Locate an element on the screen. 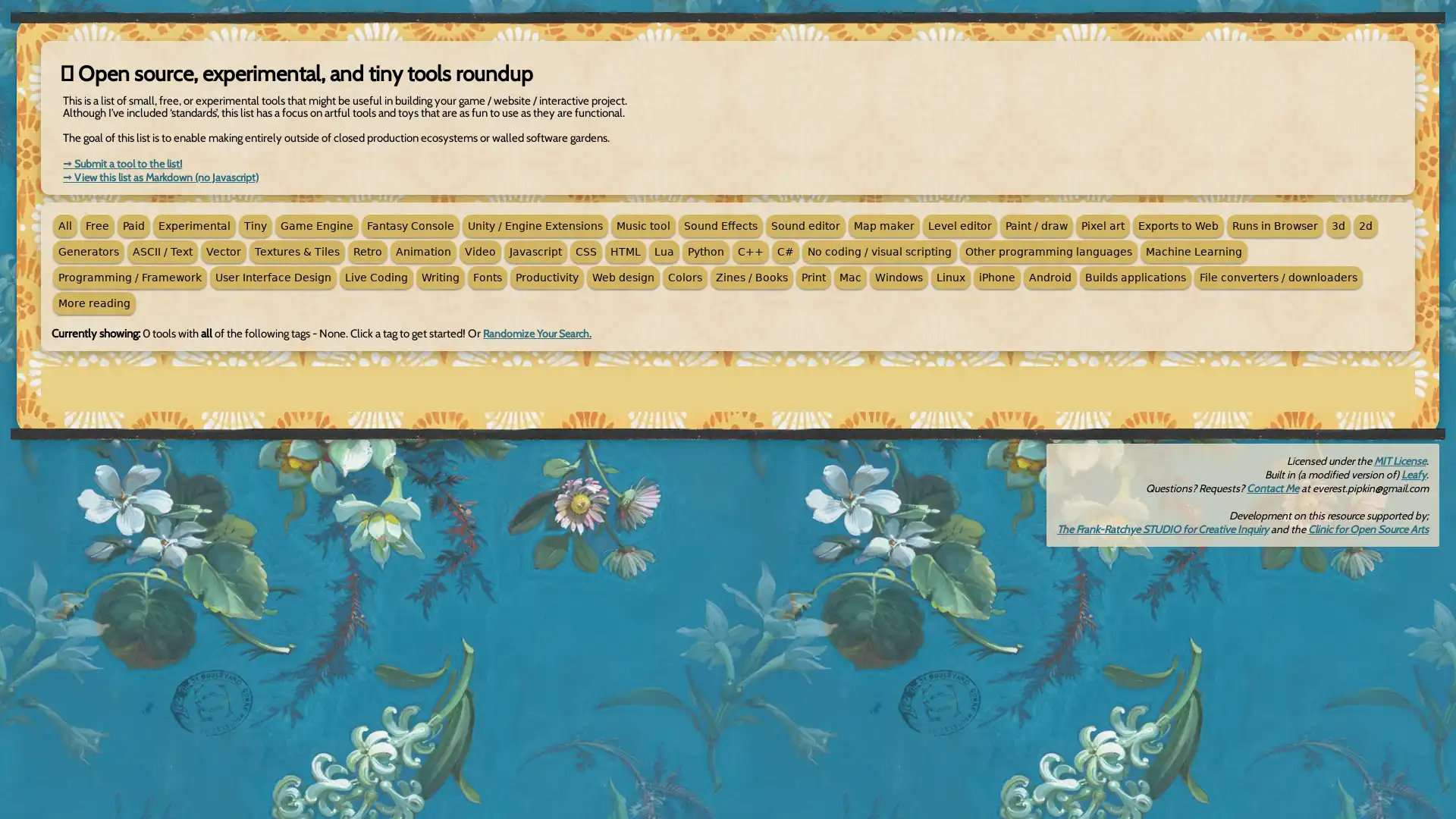 The image size is (1456, 819). Javascript is located at coordinates (535, 250).